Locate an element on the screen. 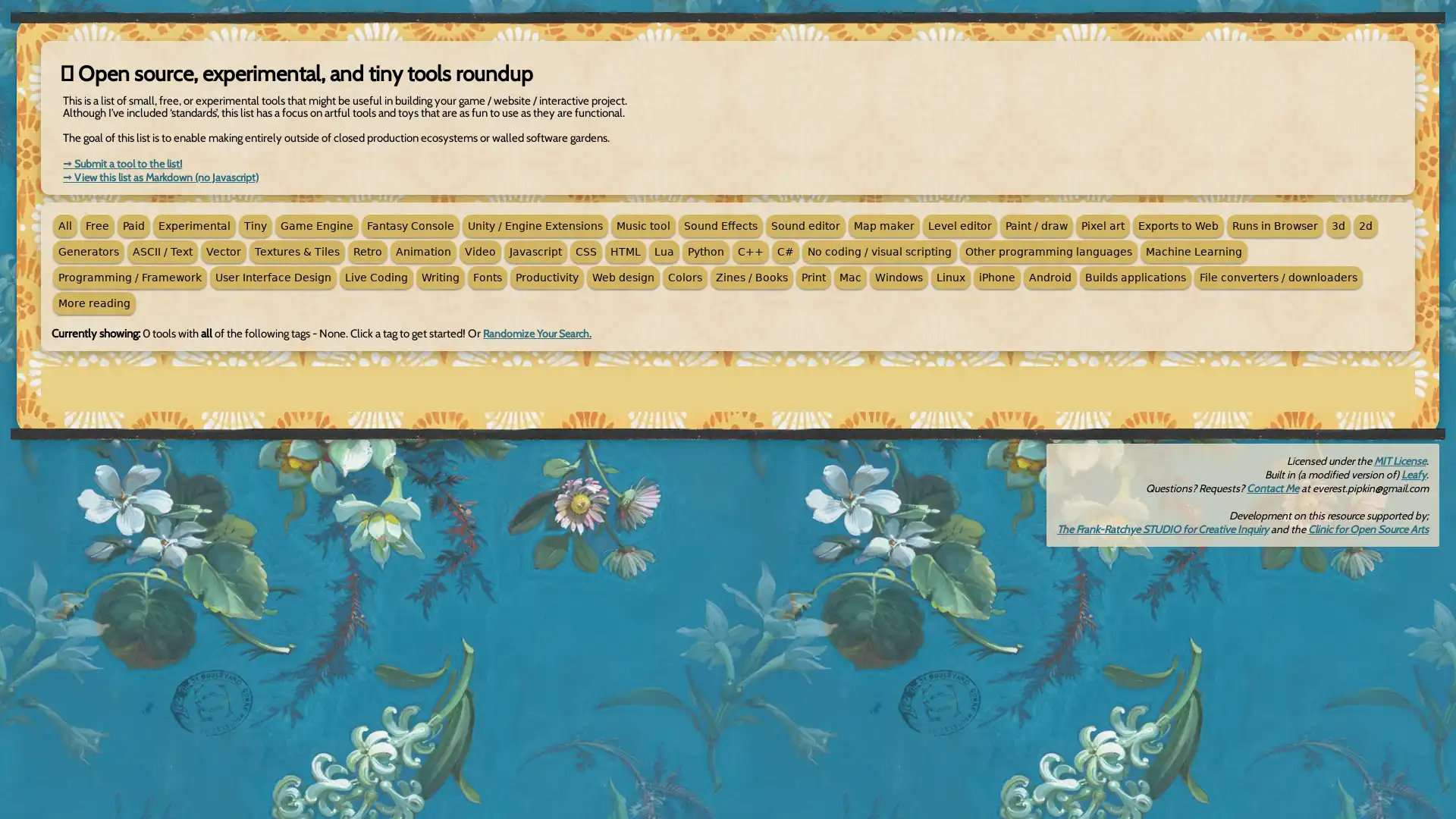 The image size is (1456, 819). Javascript is located at coordinates (535, 250).